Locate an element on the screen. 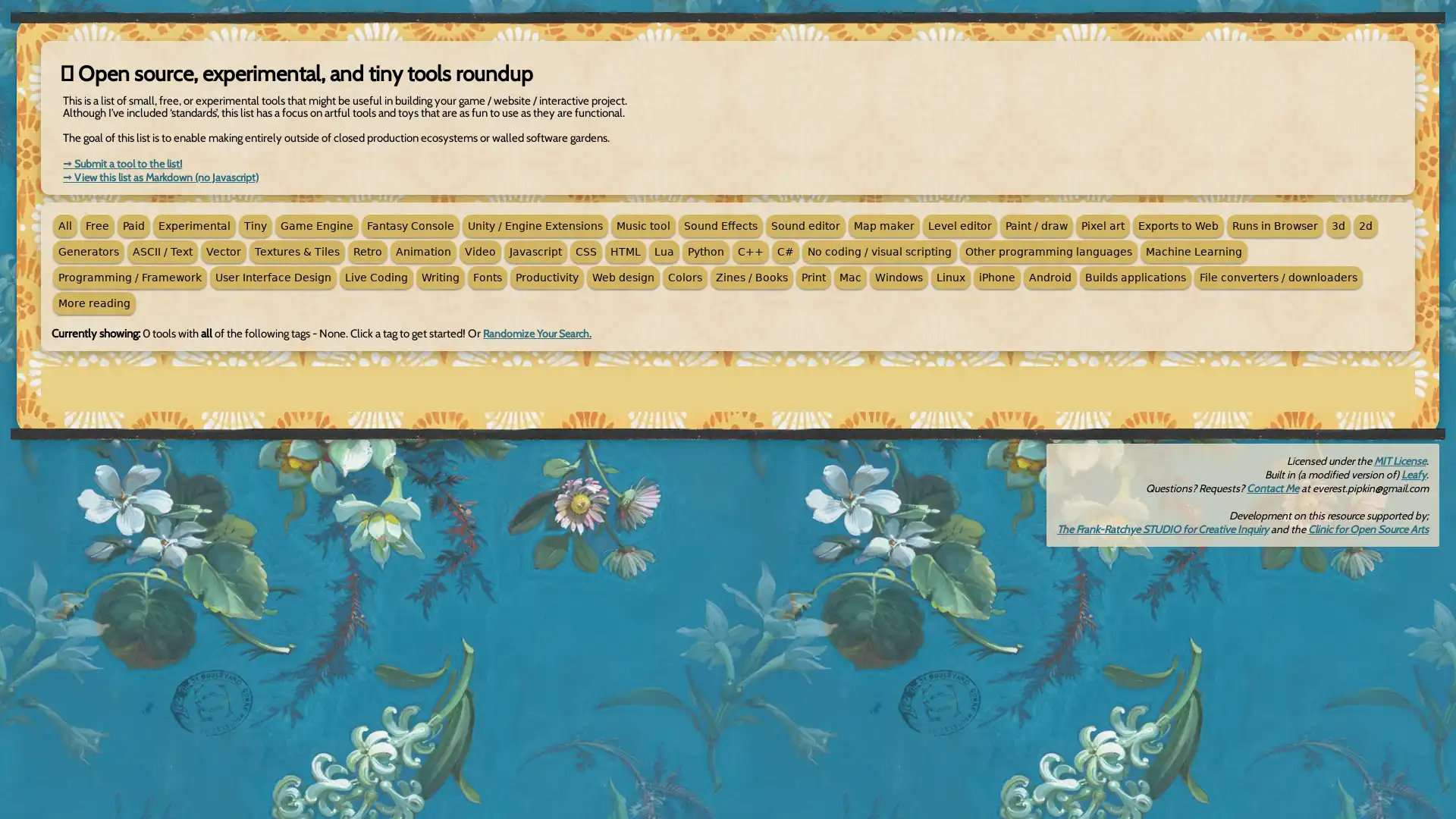 The image size is (1456, 819). Javascript is located at coordinates (535, 250).